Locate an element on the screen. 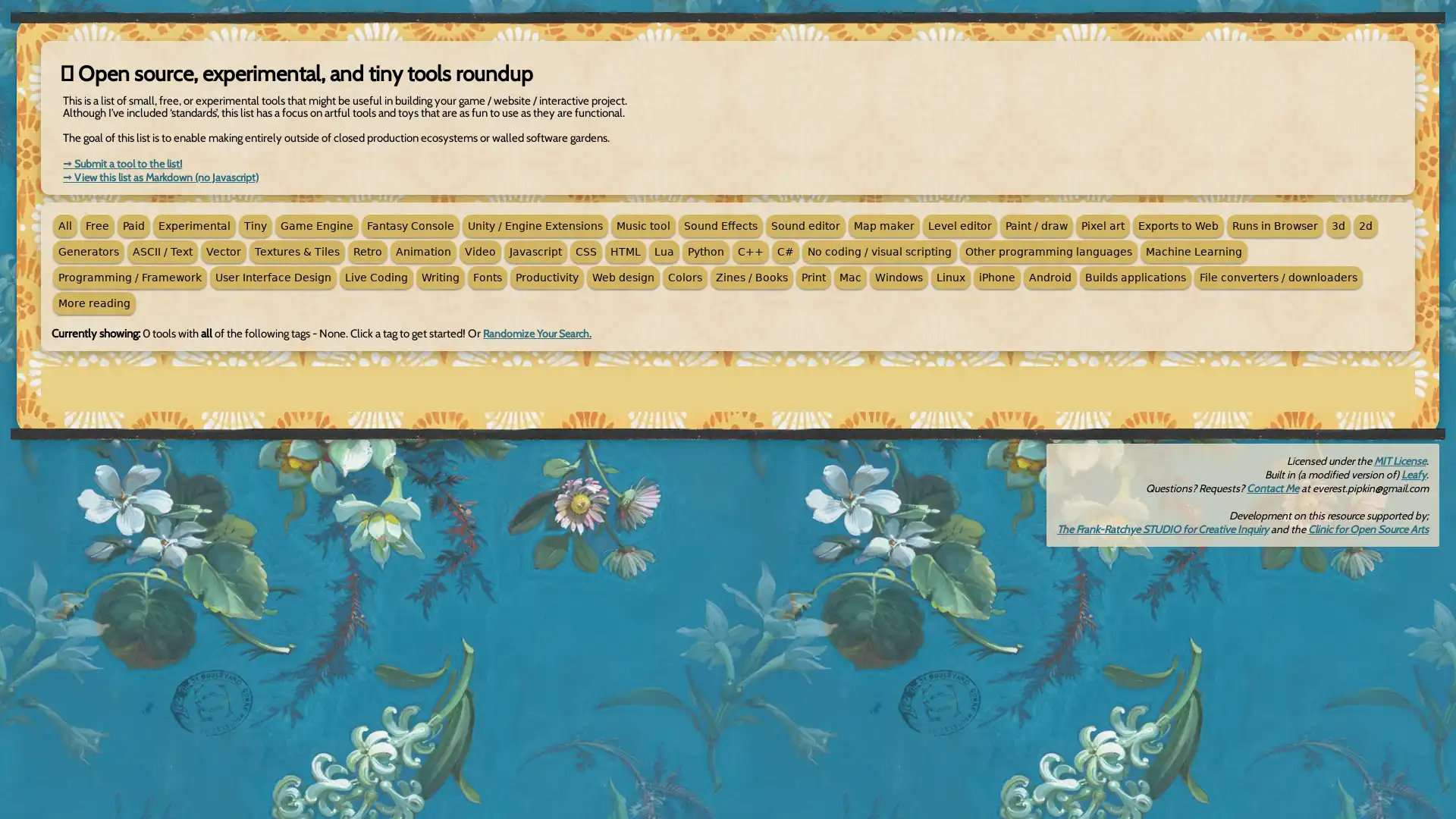 The image size is (1456, 819). Javascript is located at coordinates (535, 250).